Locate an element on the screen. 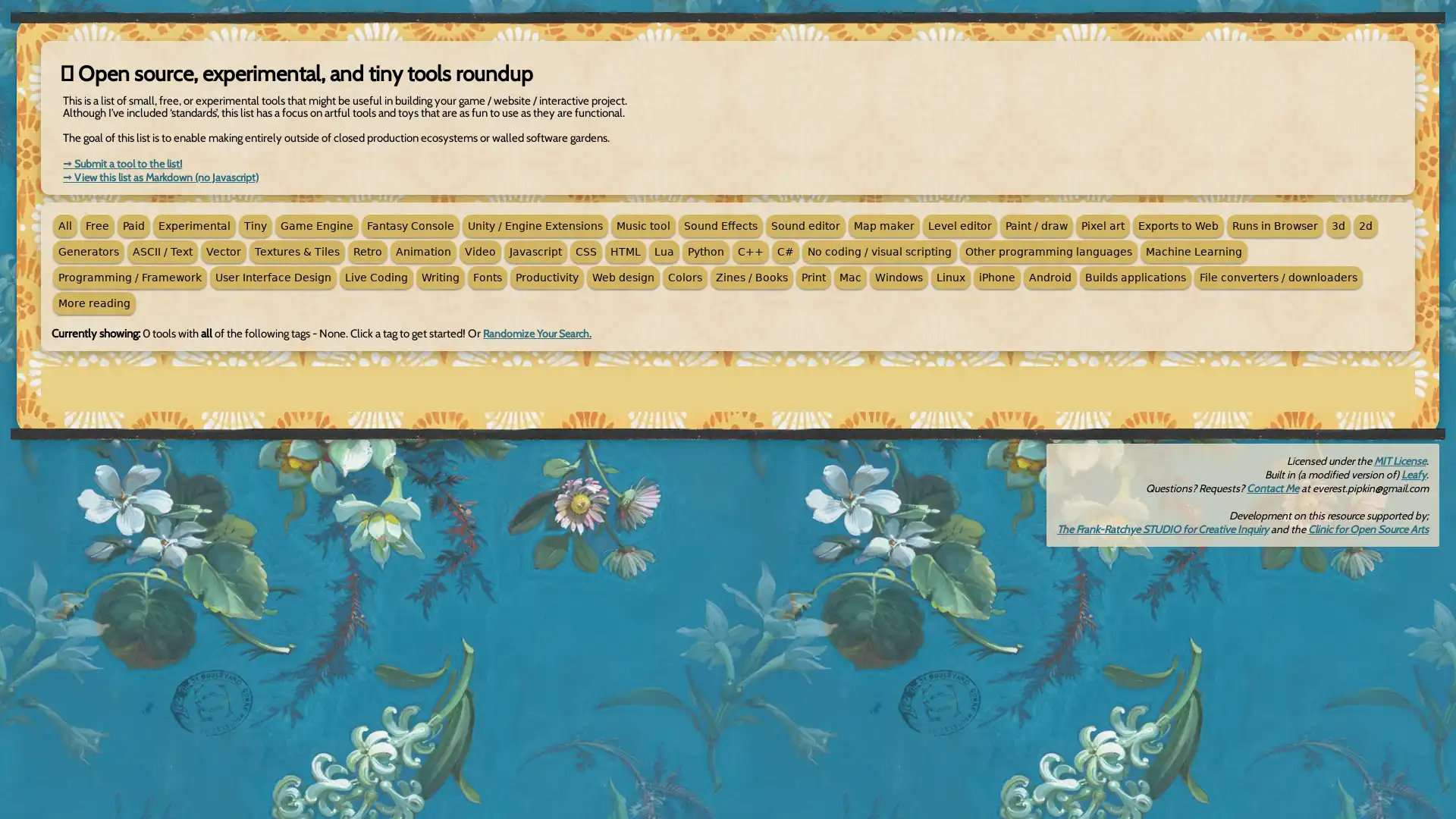 The image size is (1456, 819). Javascript is located at coordinates (535, 250).